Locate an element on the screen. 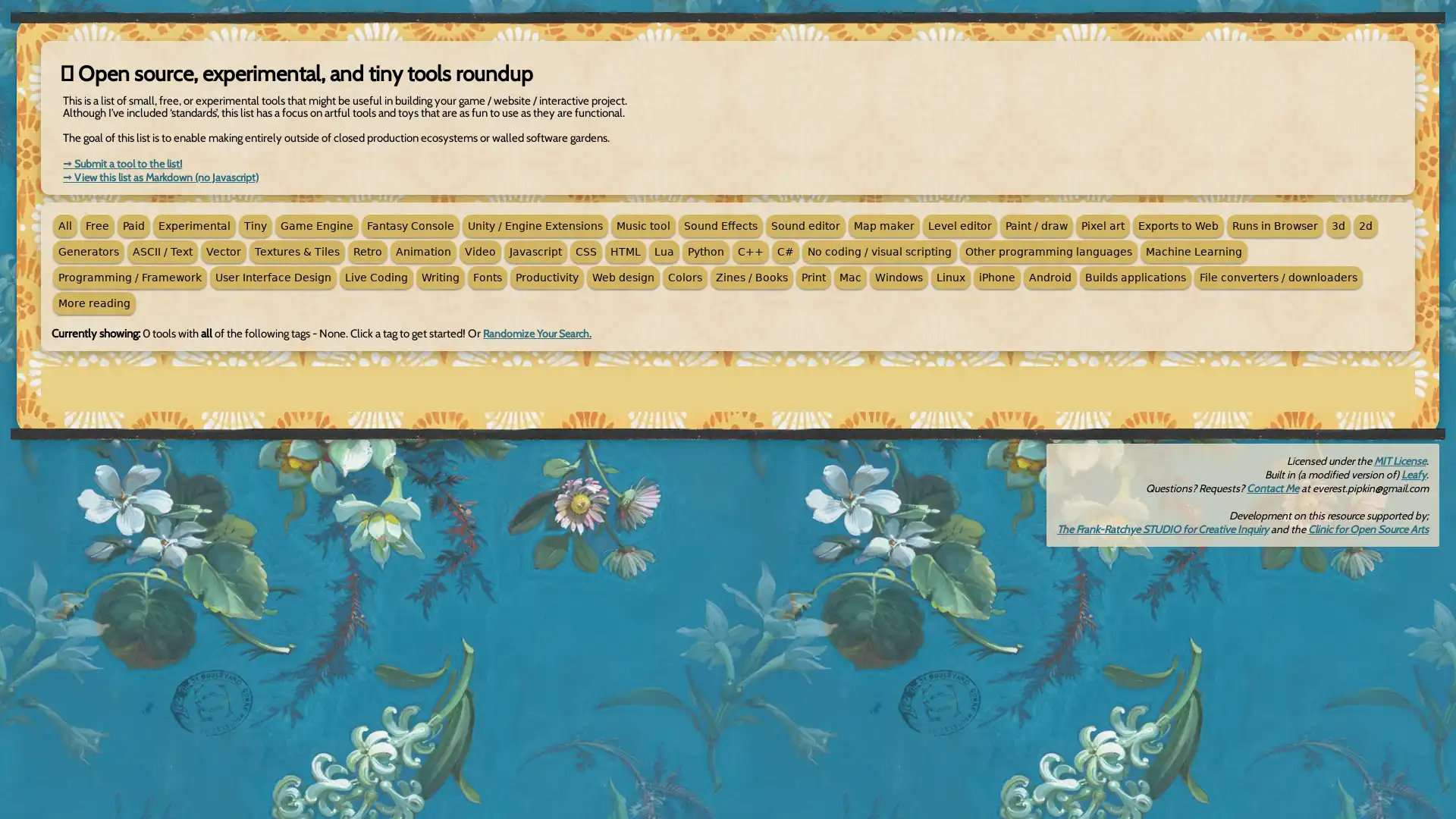 The image size is (1456, 819). Javascript is located at coordinates (535, 250).